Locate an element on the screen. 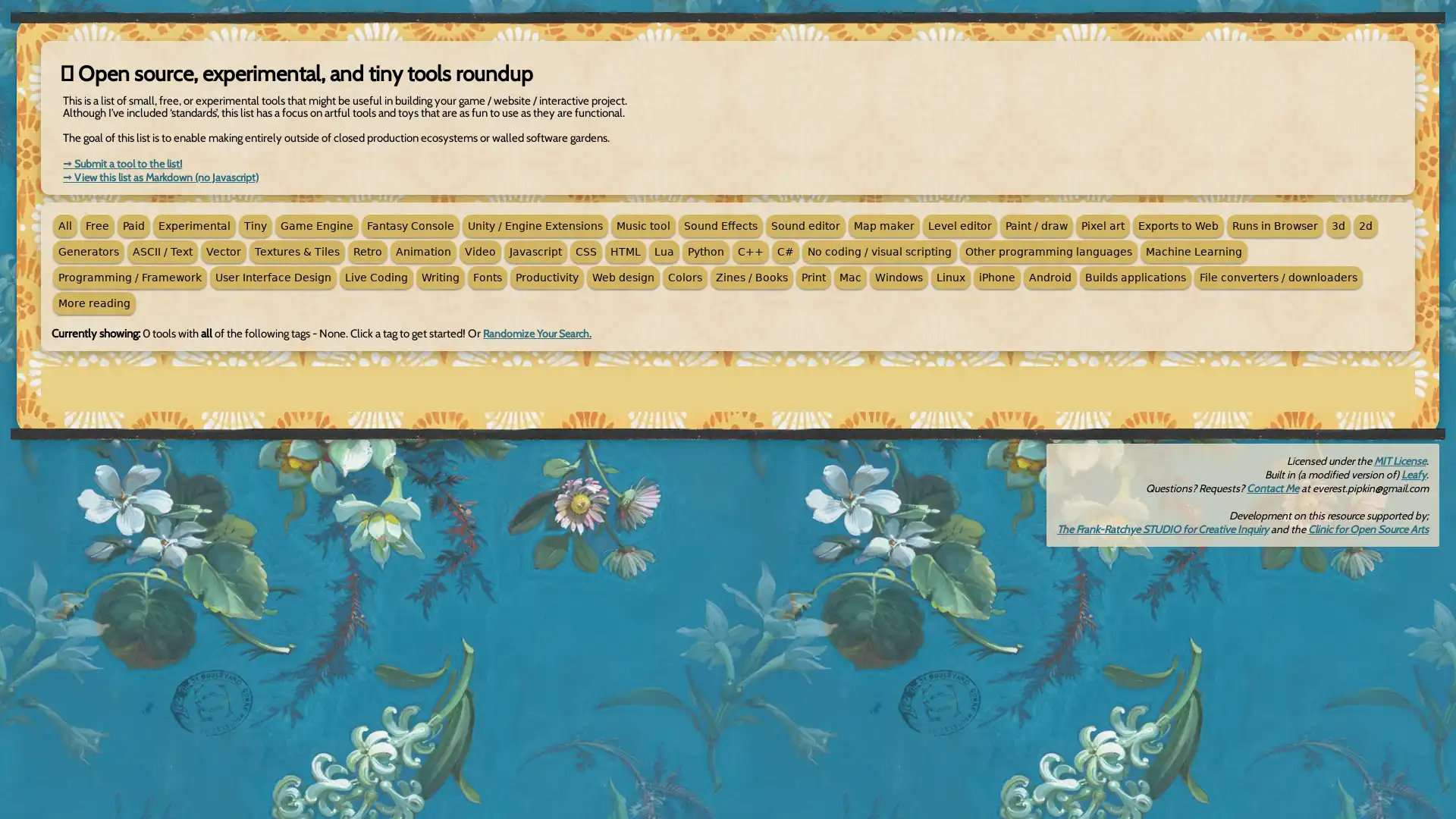 The image size is (1456, 819). Javascript is located at coordinates (535, 250).